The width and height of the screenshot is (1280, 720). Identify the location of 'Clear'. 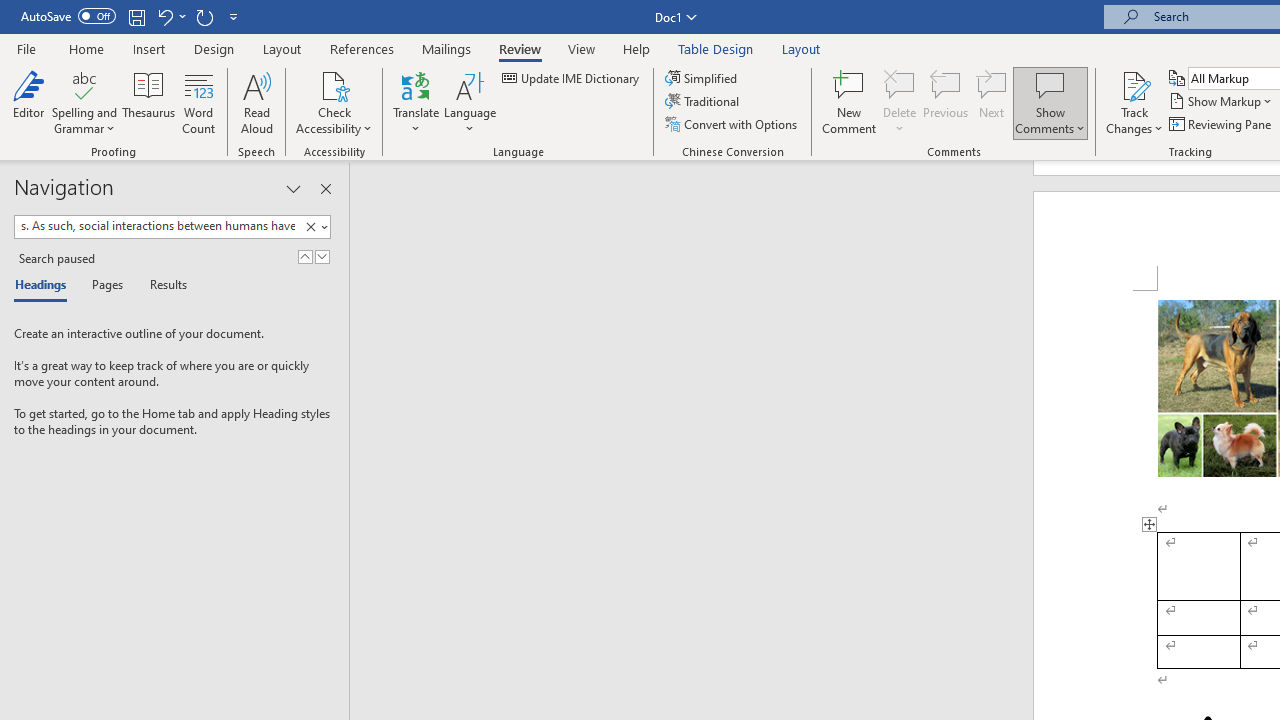
(313, 226).